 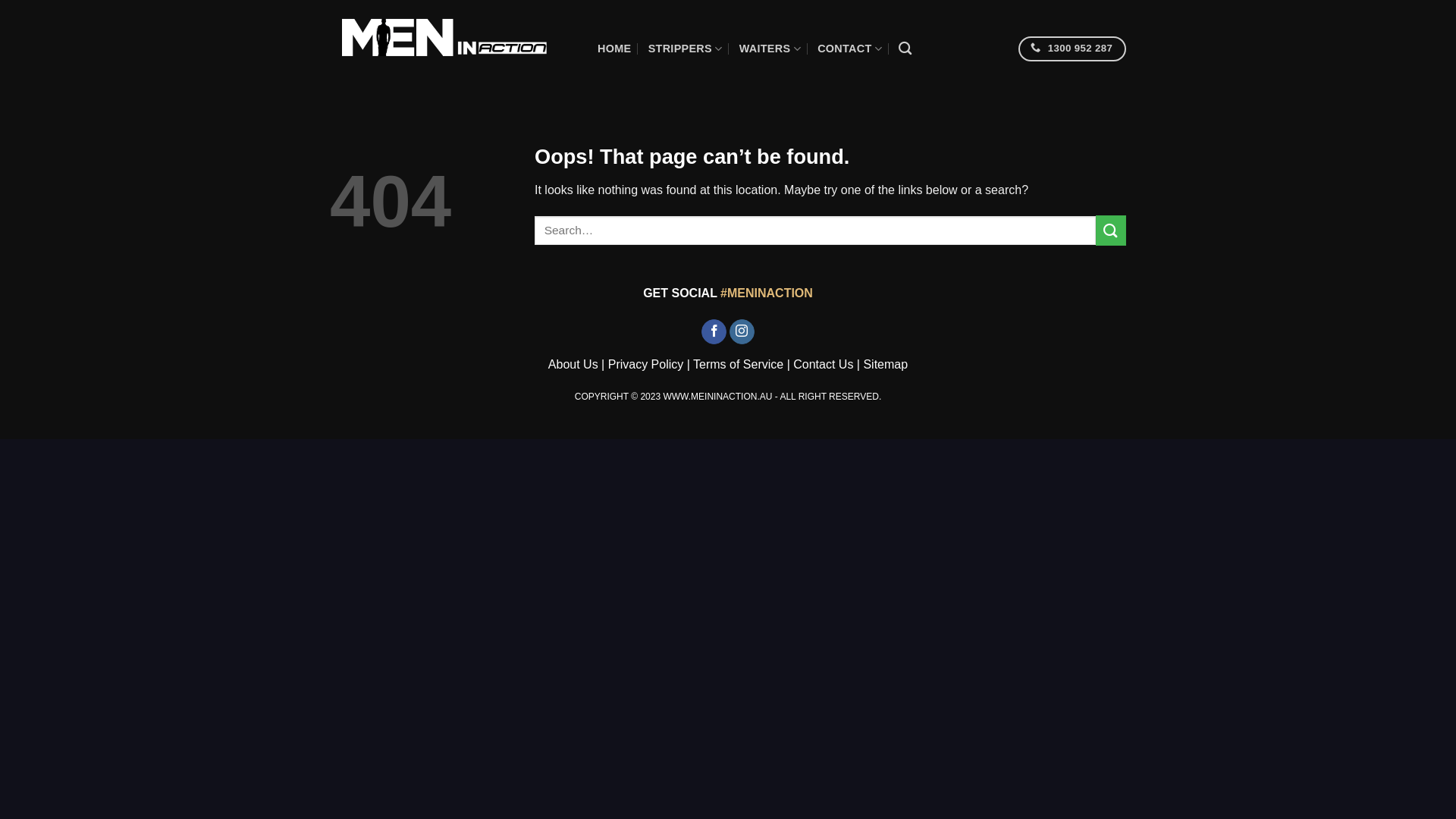 I want to click on 'CONTACT', so click(x=849, y=48).